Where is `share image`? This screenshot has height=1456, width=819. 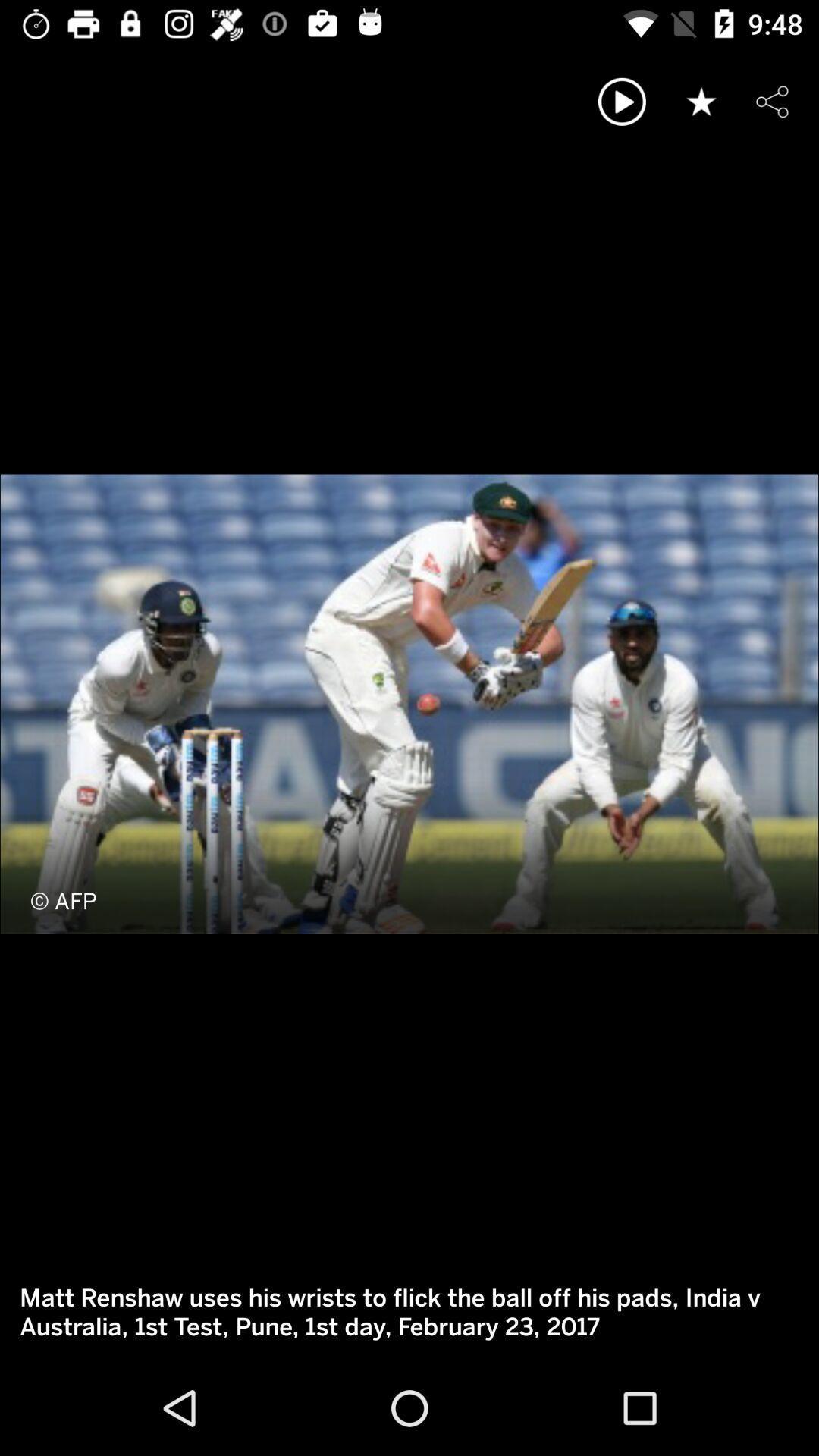
share image is located at coordinates (772, 101).